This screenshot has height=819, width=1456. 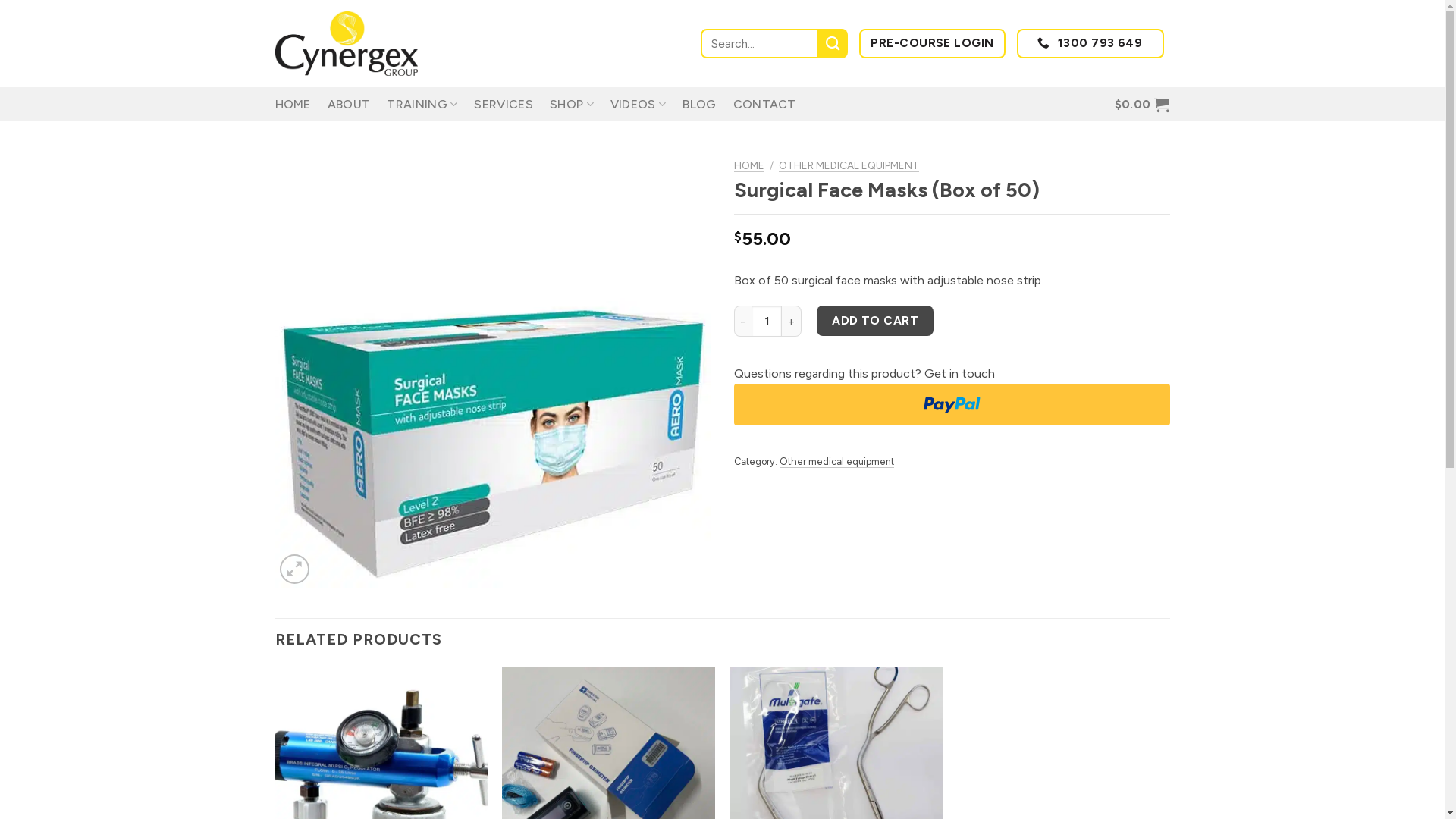 I want to click on 'Search', so click(x=817, y=42).